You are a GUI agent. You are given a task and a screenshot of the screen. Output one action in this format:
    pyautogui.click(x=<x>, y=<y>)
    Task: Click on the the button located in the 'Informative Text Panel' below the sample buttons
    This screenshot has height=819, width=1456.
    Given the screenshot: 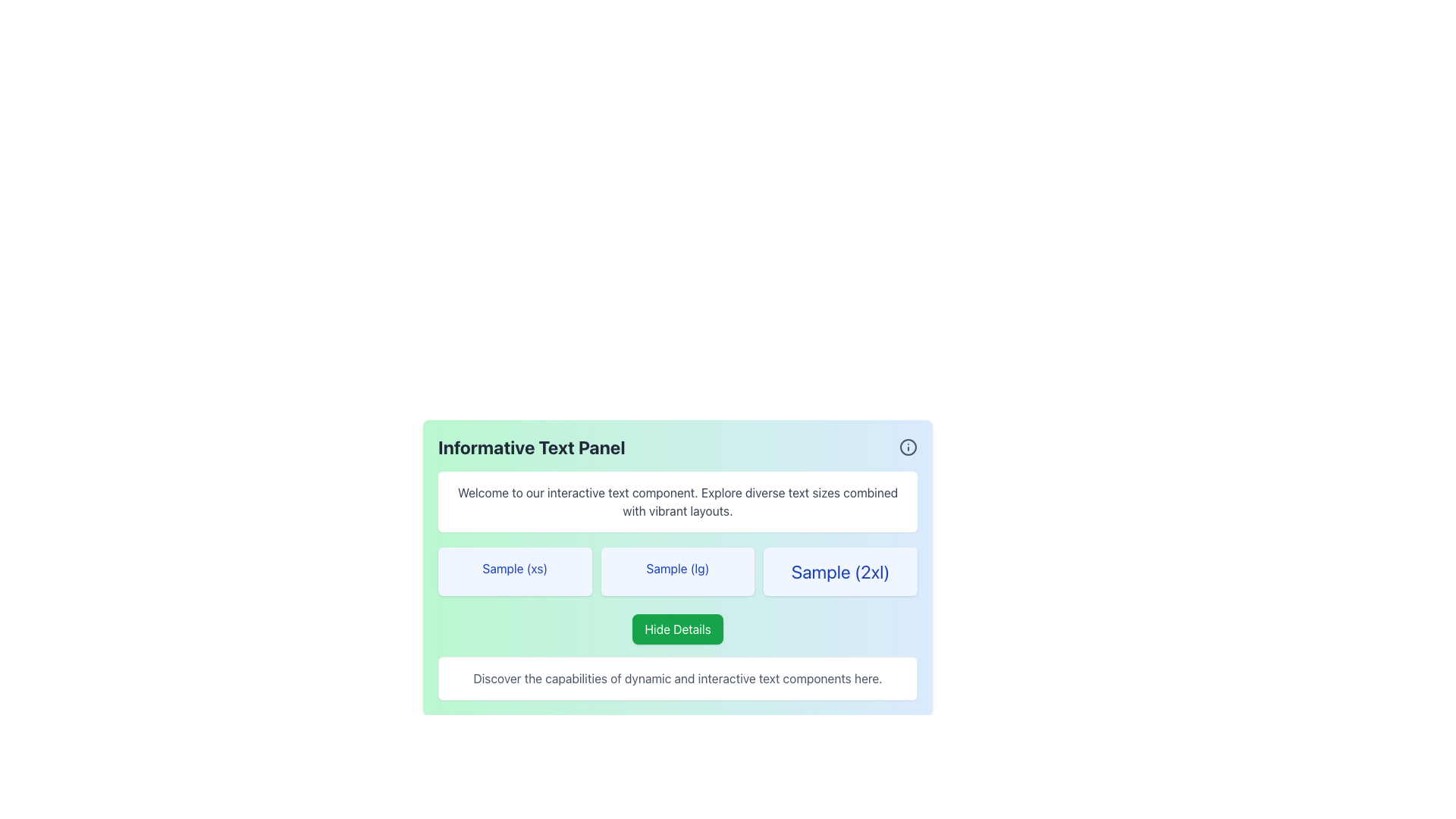 What is the action you would take?
    pyautogui.click(x=676, y=629)
    